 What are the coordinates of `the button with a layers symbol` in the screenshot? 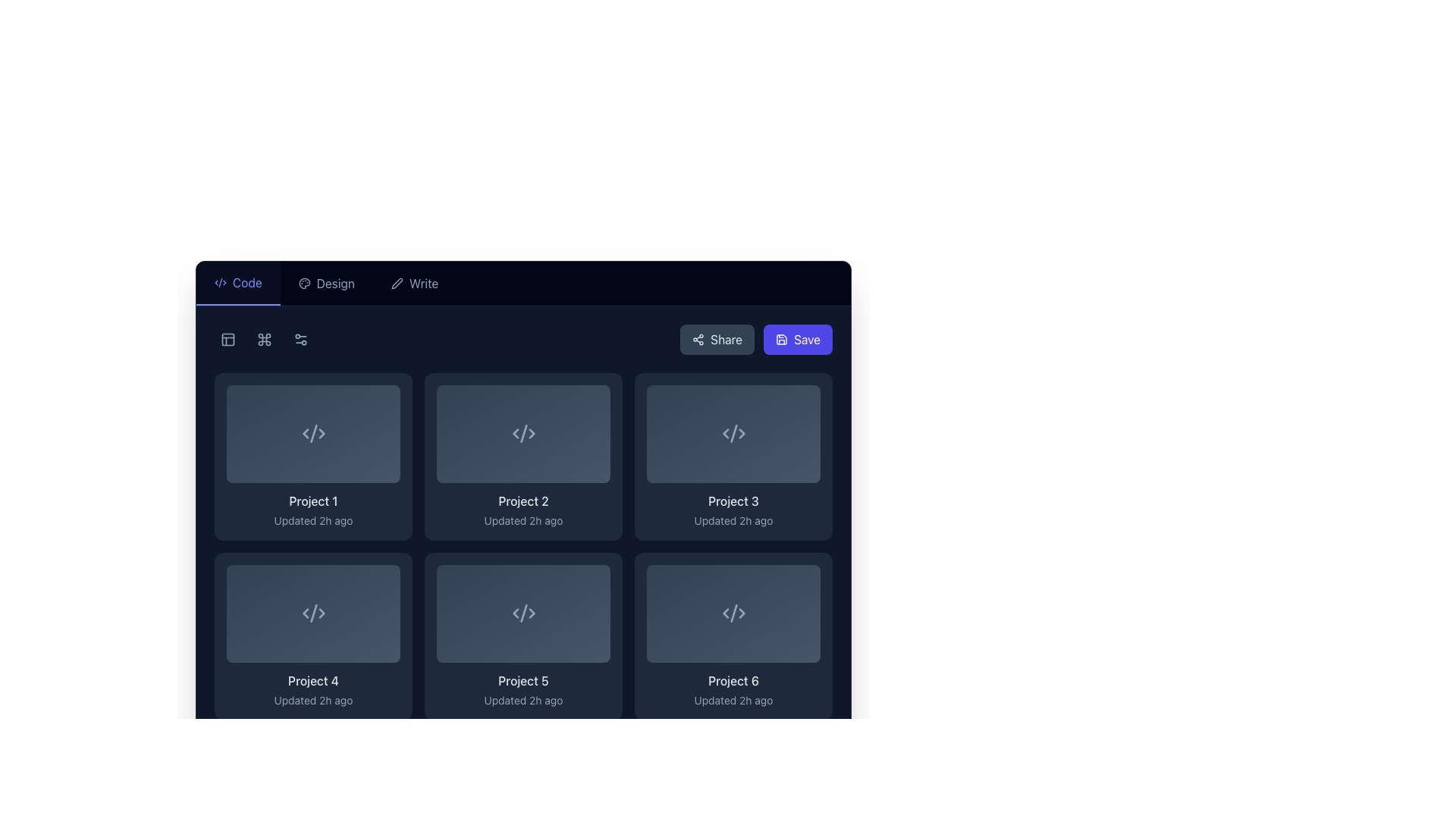 It's located at (397, 388).